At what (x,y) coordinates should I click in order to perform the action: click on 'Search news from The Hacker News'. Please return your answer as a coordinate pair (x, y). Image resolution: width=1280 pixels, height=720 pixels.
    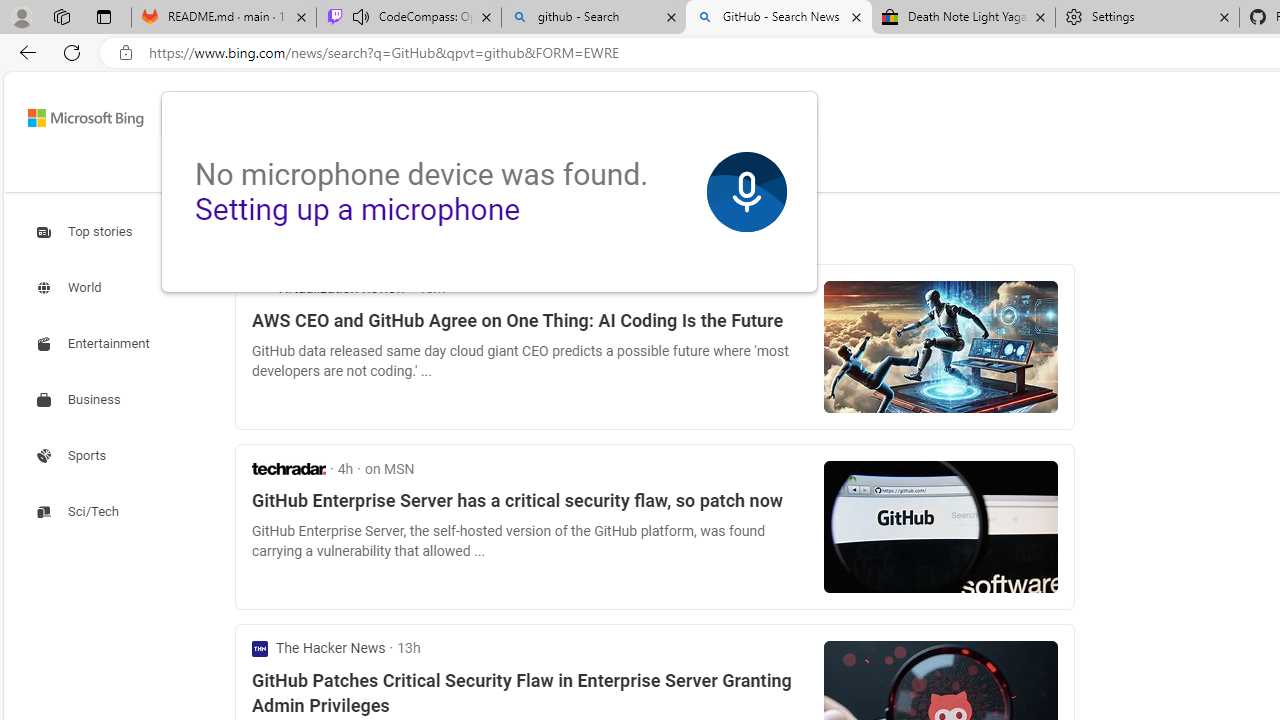
    Looking at the image, I should click on (318, 648).